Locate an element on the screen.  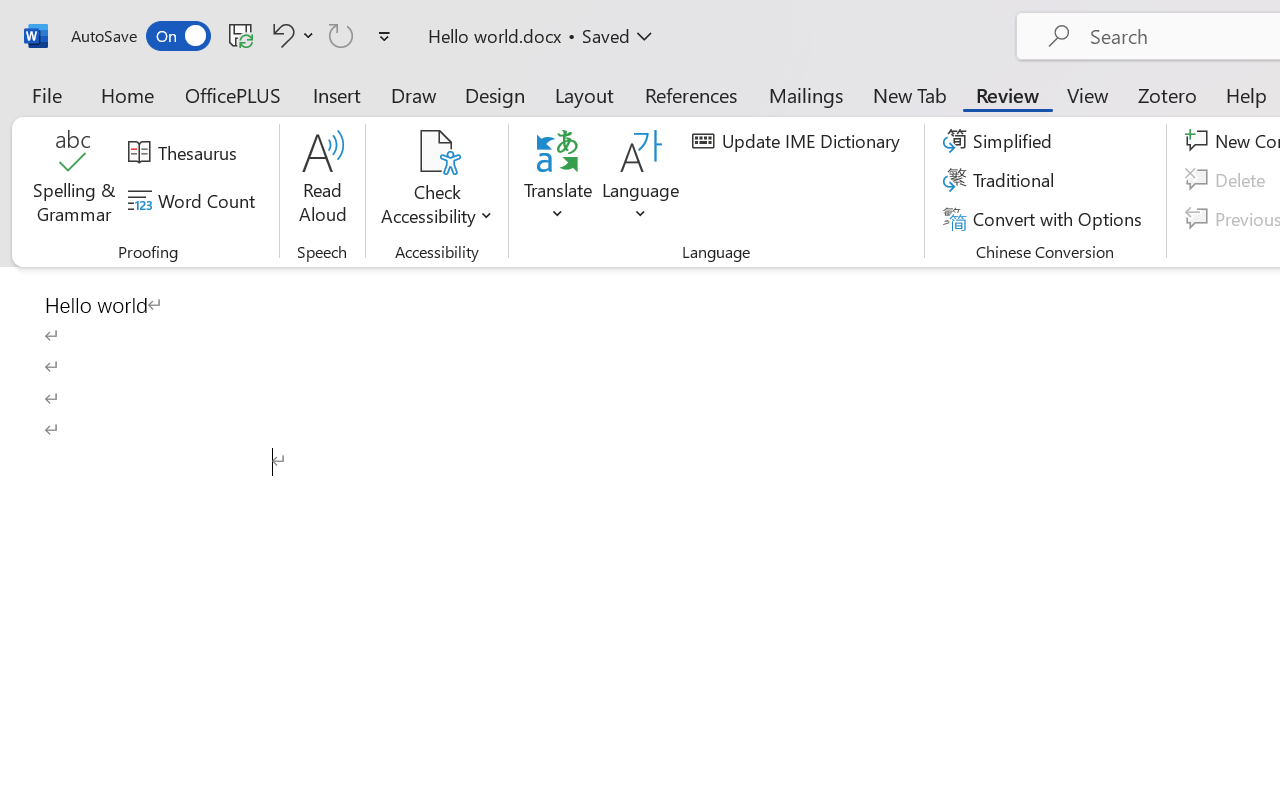
'Word Count' is located at coordinates (194, 201).